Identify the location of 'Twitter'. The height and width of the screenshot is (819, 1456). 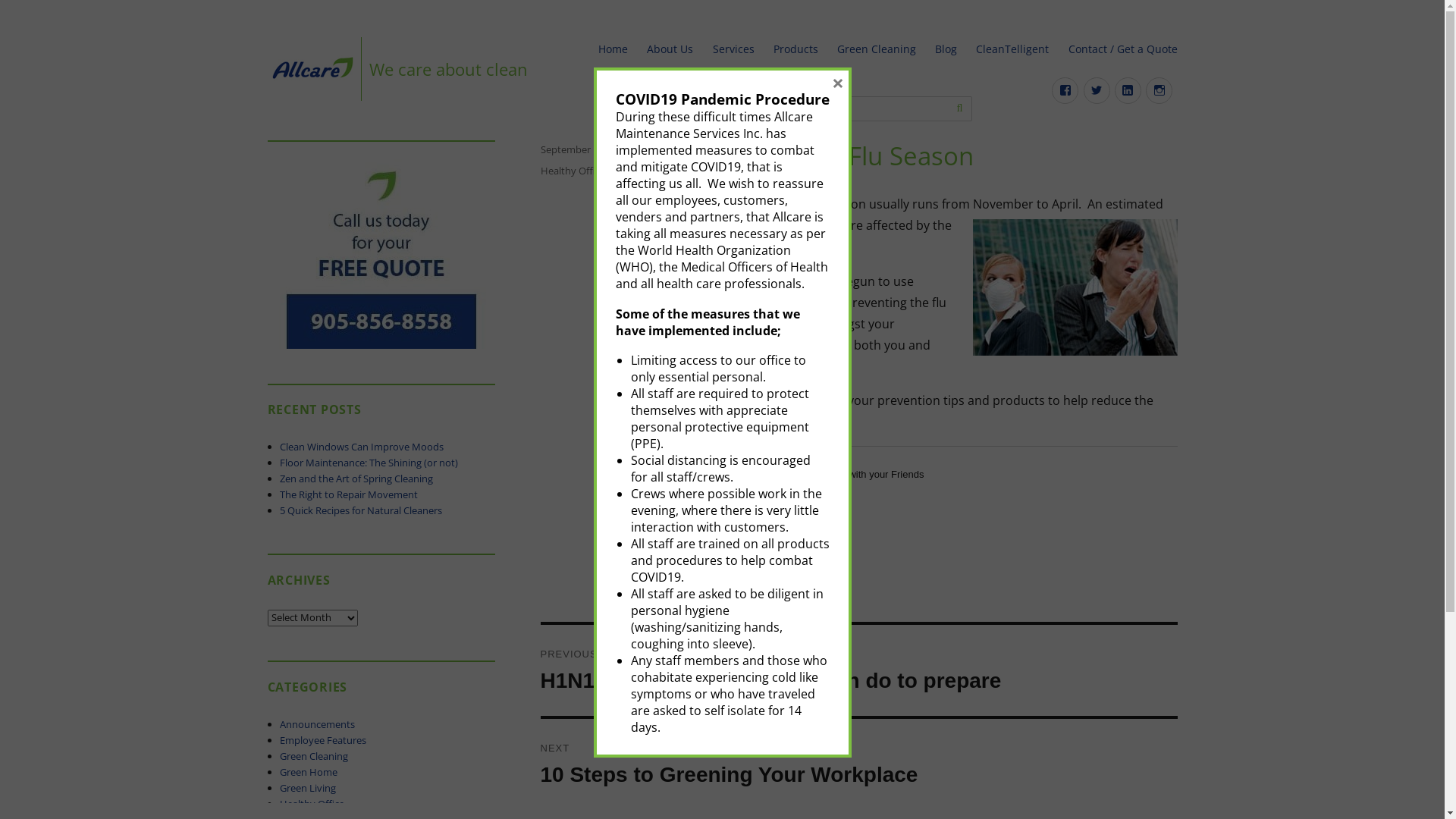
(1097, 90).